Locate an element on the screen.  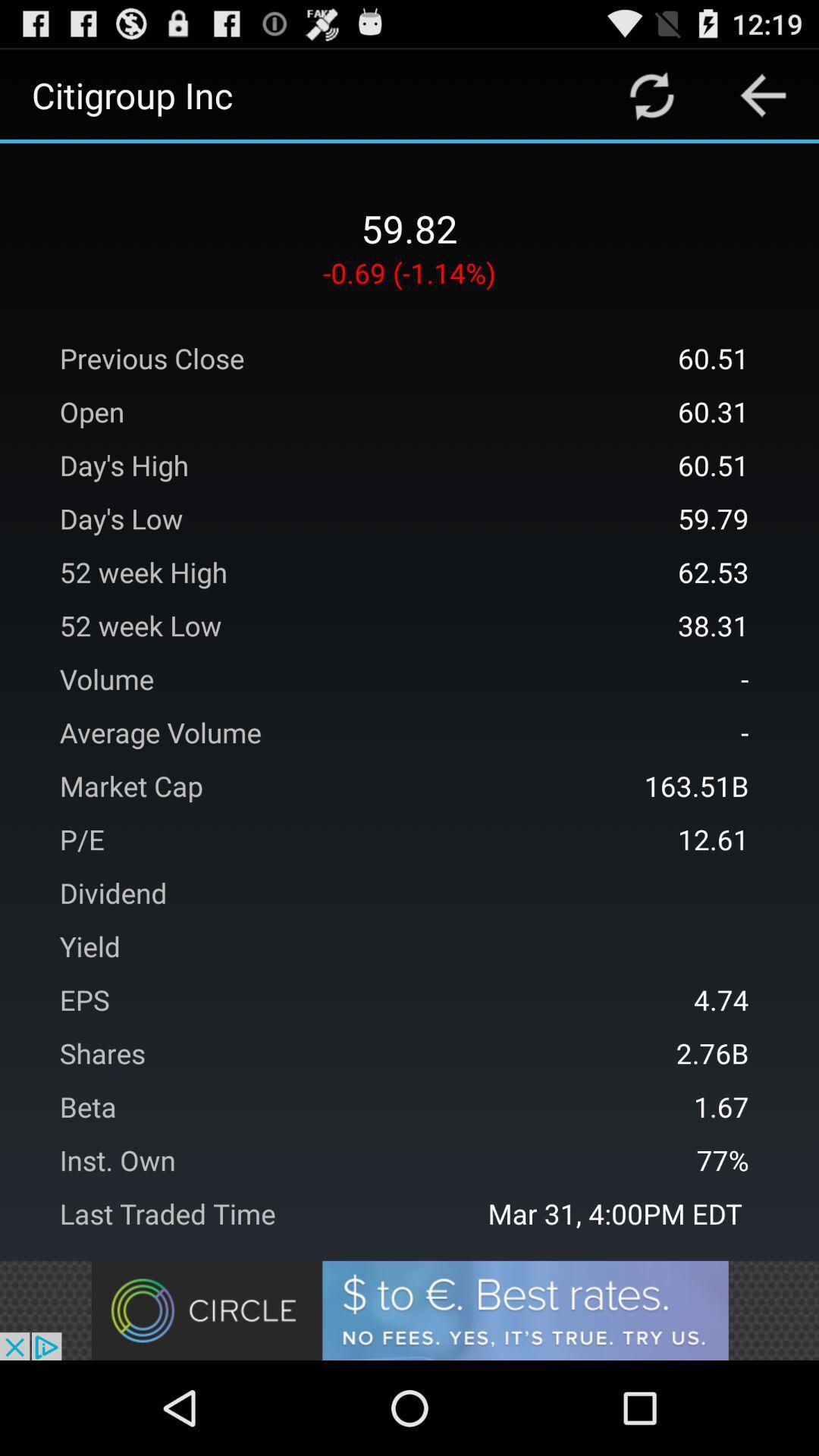
menu paga is located at coordinates (651, 94).